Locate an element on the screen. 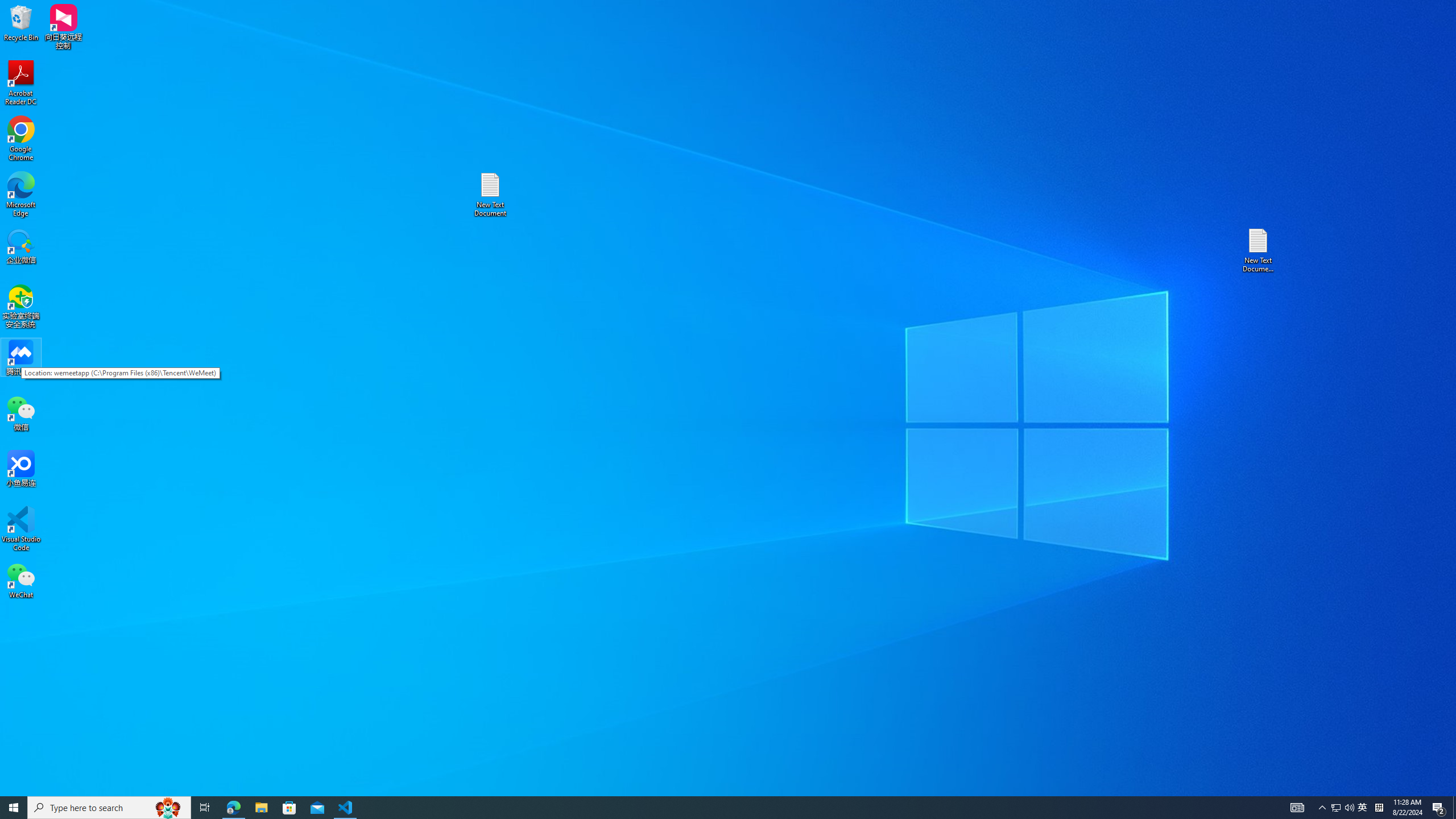  'Search highlights icon opens search home window' is located at coordinates (167, 806).